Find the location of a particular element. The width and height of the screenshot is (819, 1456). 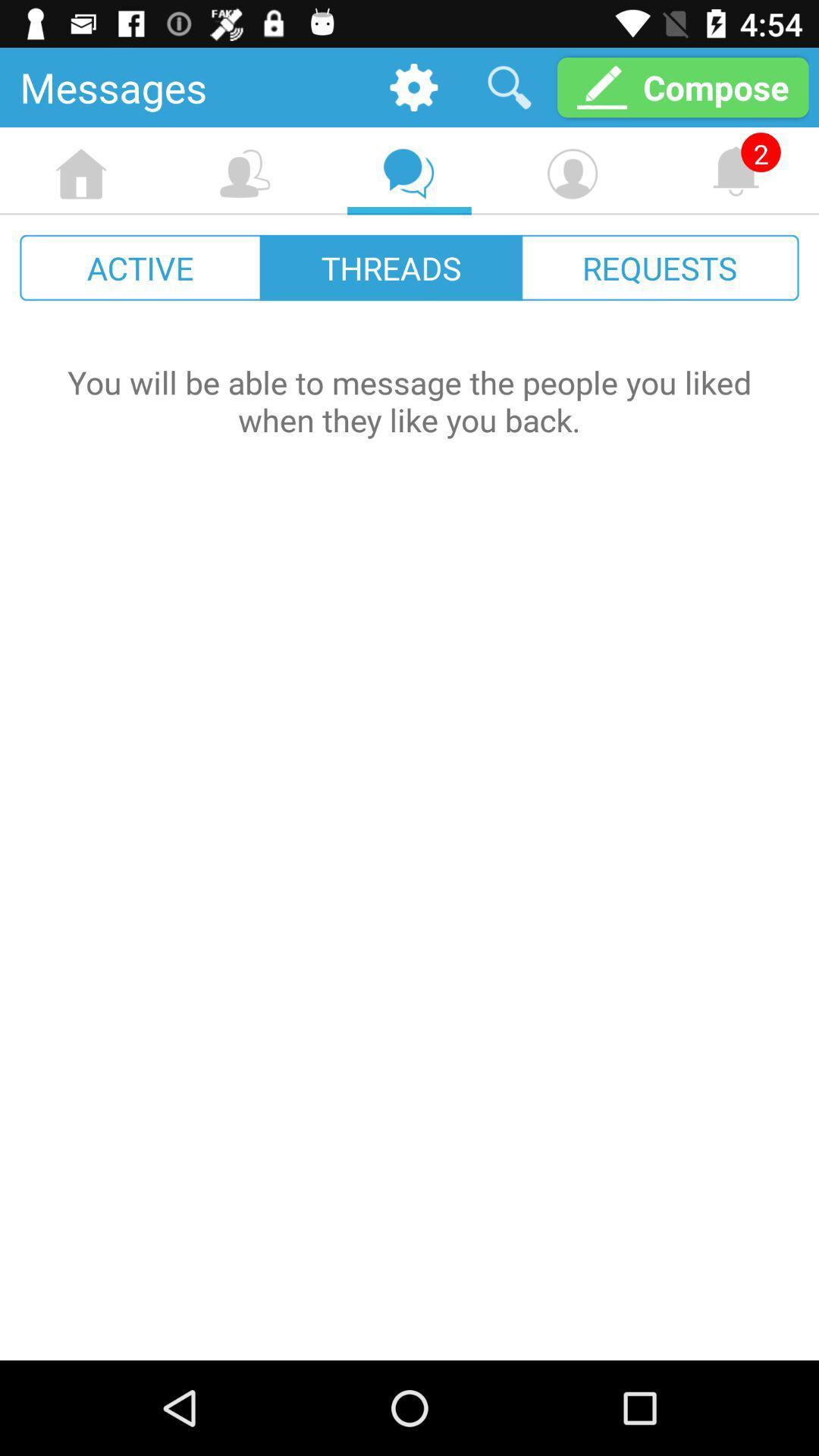

icon to the right of the threads is located at coordinates (659, 268).